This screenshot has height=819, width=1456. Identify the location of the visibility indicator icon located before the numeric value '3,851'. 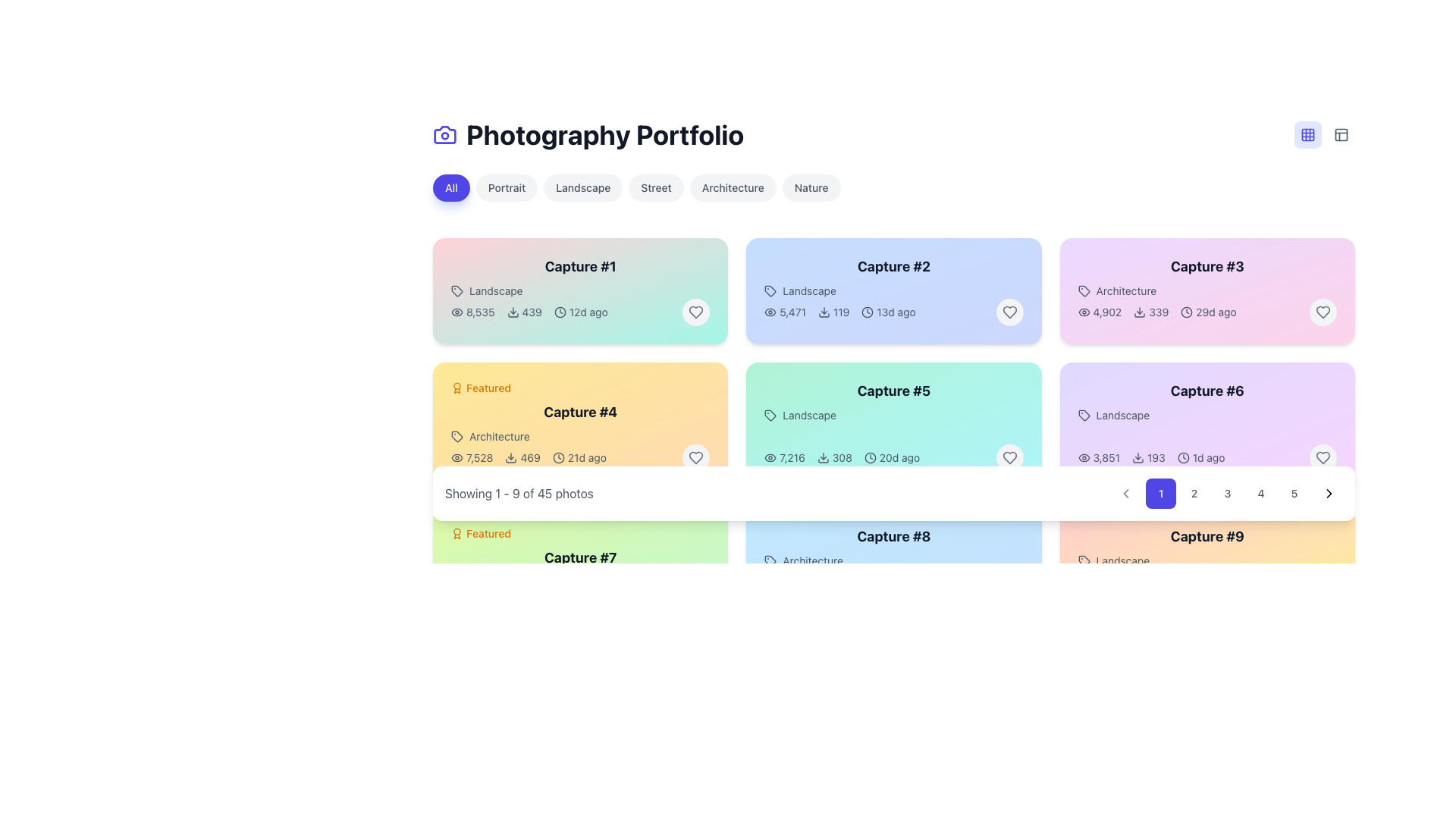
(1083, 457).